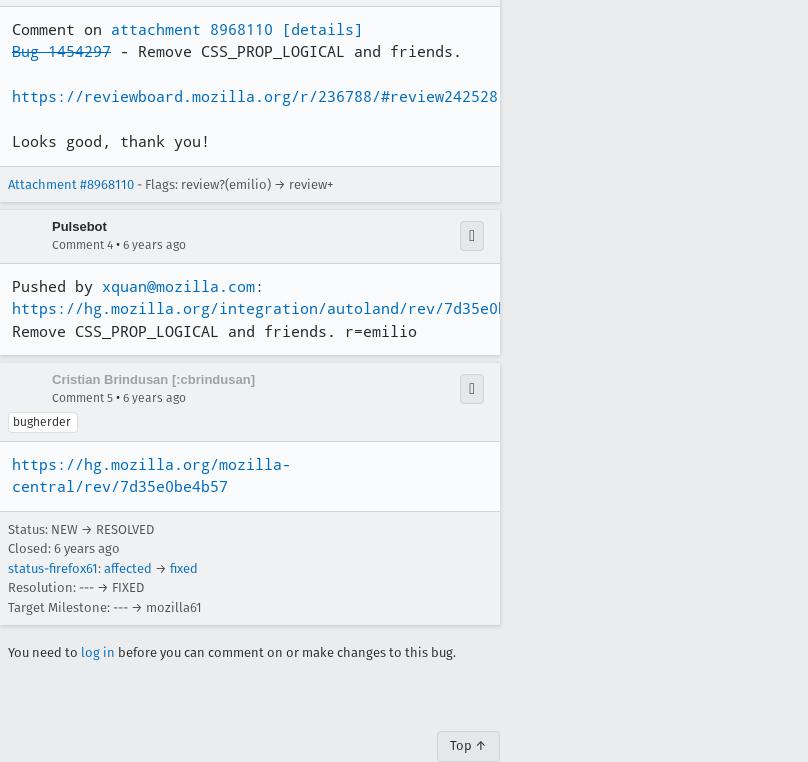 This screenshot has height=762, width=808. Describe the element at coordinates (31, 547) in the screenshot. I see `'Closed:'` at that location.